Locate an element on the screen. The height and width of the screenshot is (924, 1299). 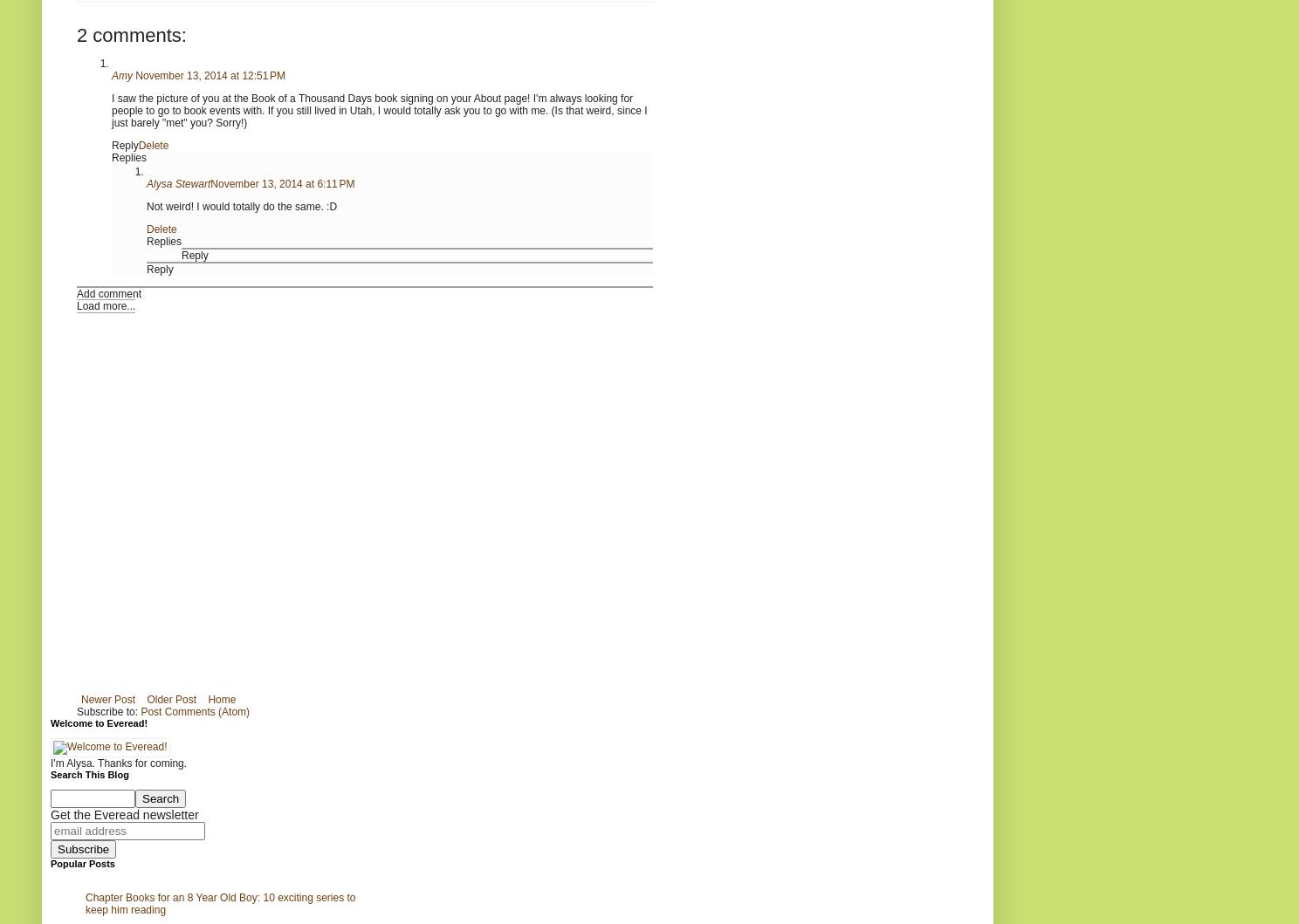
'I'm Alysa. Thanks for coming.' is located at coordinates (118, 762).